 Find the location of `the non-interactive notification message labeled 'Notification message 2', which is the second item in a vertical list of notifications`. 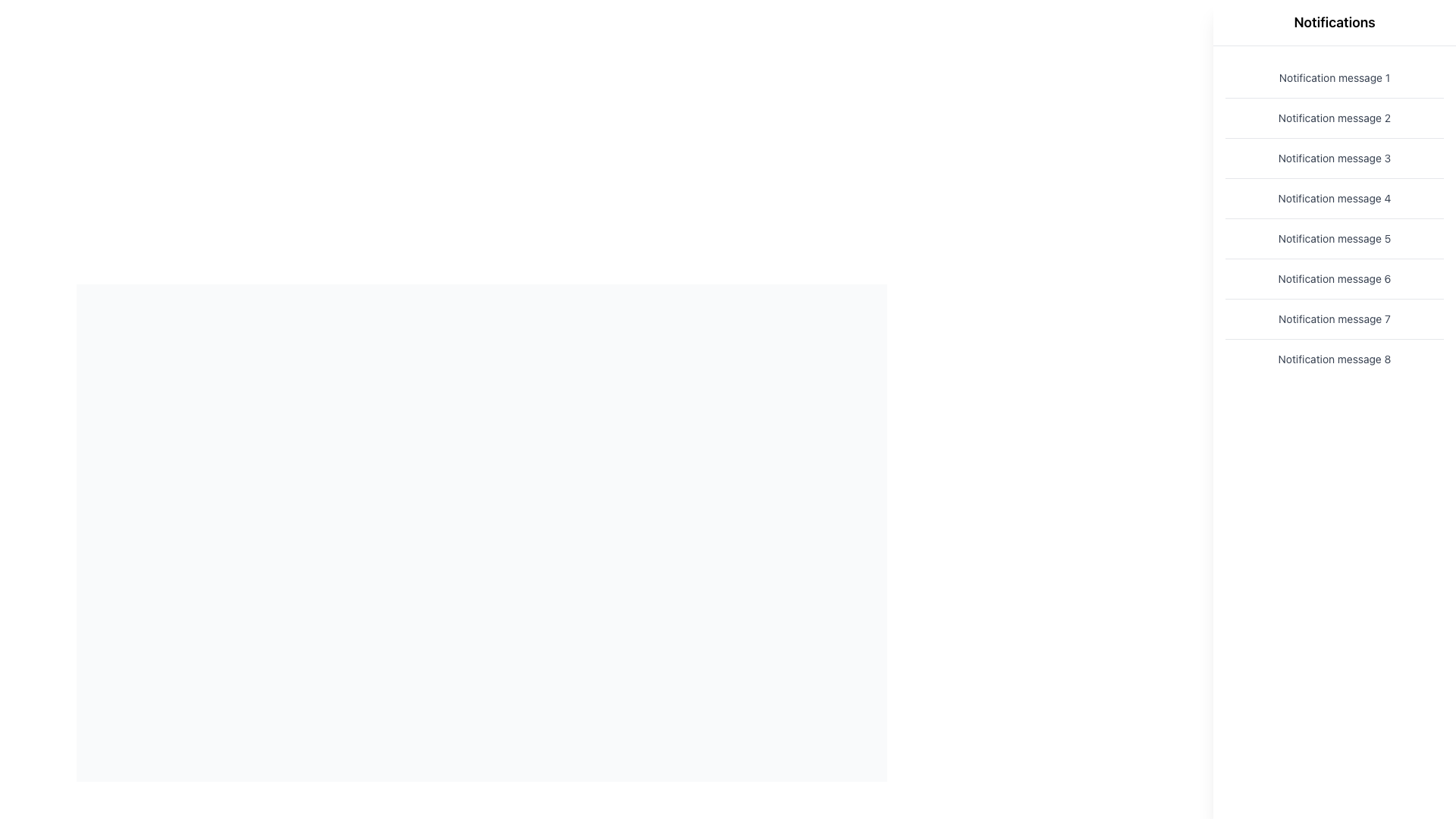

the non-interactive notification message labeled 'Notification message 2', which is the second item in a vertical list of notifications is located at coordinates (1335, 117).